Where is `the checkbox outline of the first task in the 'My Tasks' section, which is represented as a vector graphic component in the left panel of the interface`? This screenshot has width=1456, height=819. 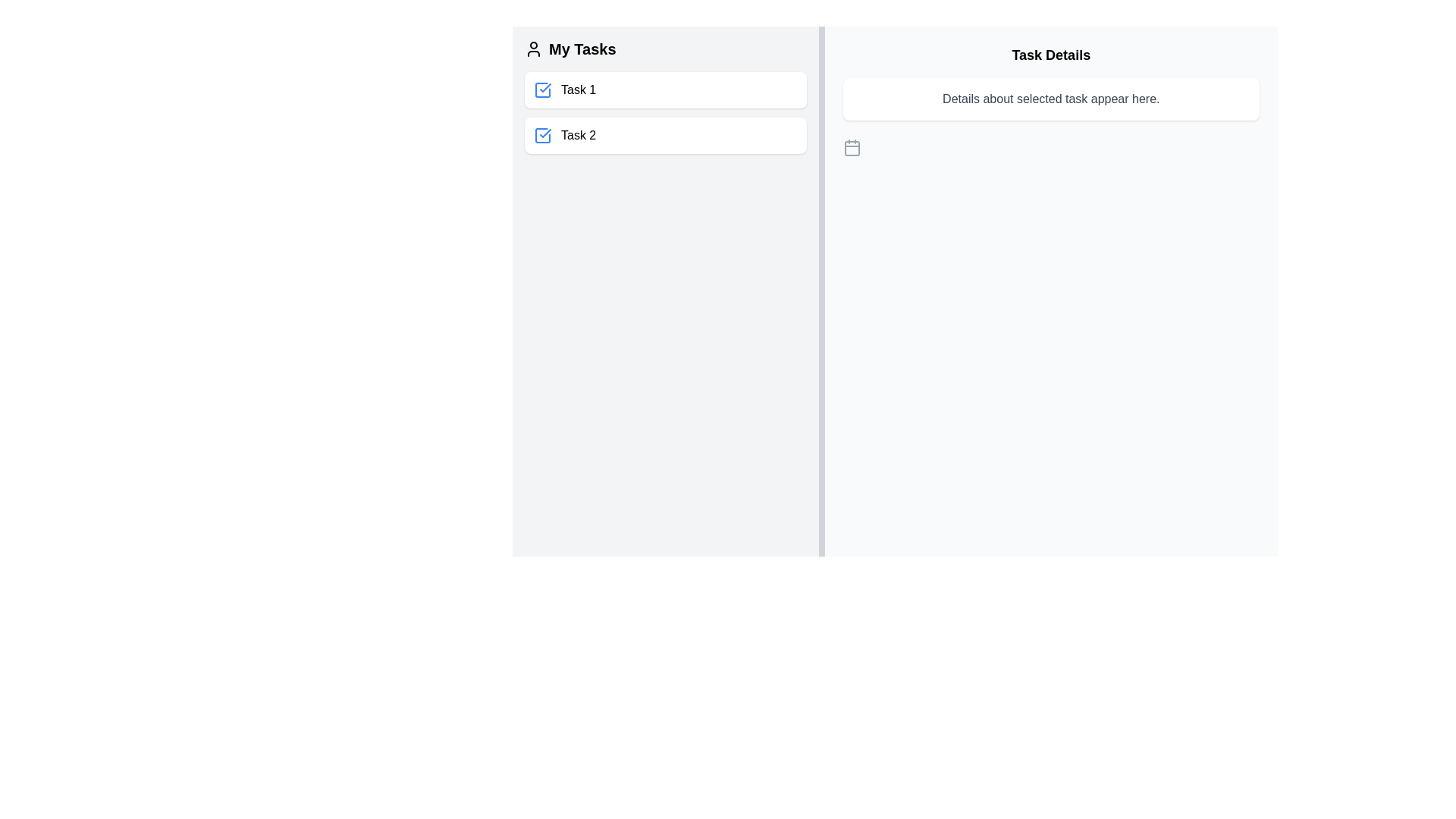
the checkbox outline of the first task in the 'My Tasks' section, which is represented as a vector graphic component in the left panel of the interface is located at coordinates (542, 90).